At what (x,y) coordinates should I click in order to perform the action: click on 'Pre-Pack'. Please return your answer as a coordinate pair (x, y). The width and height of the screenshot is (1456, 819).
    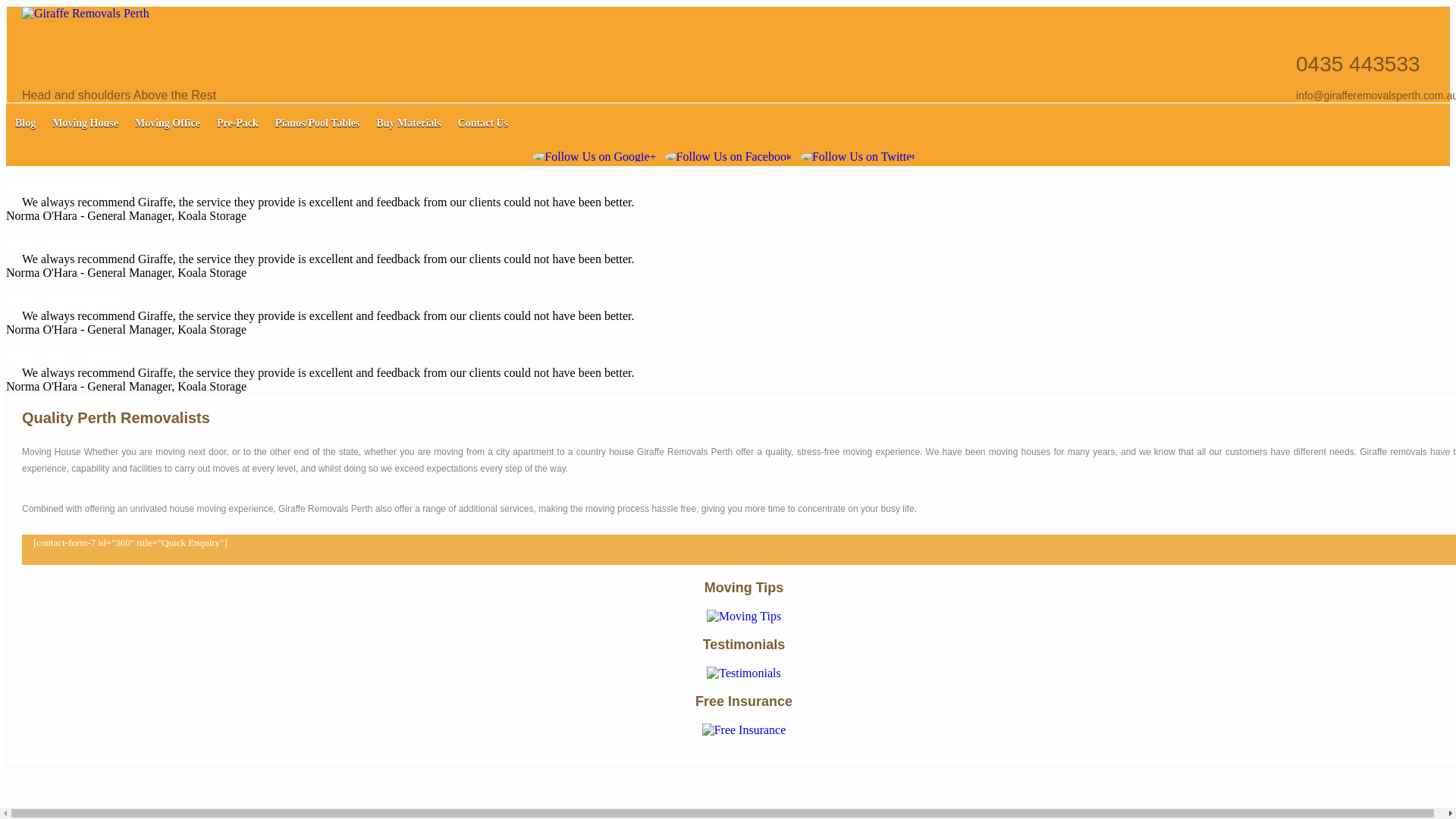
    Looking at the image, I should click on (216, 122).